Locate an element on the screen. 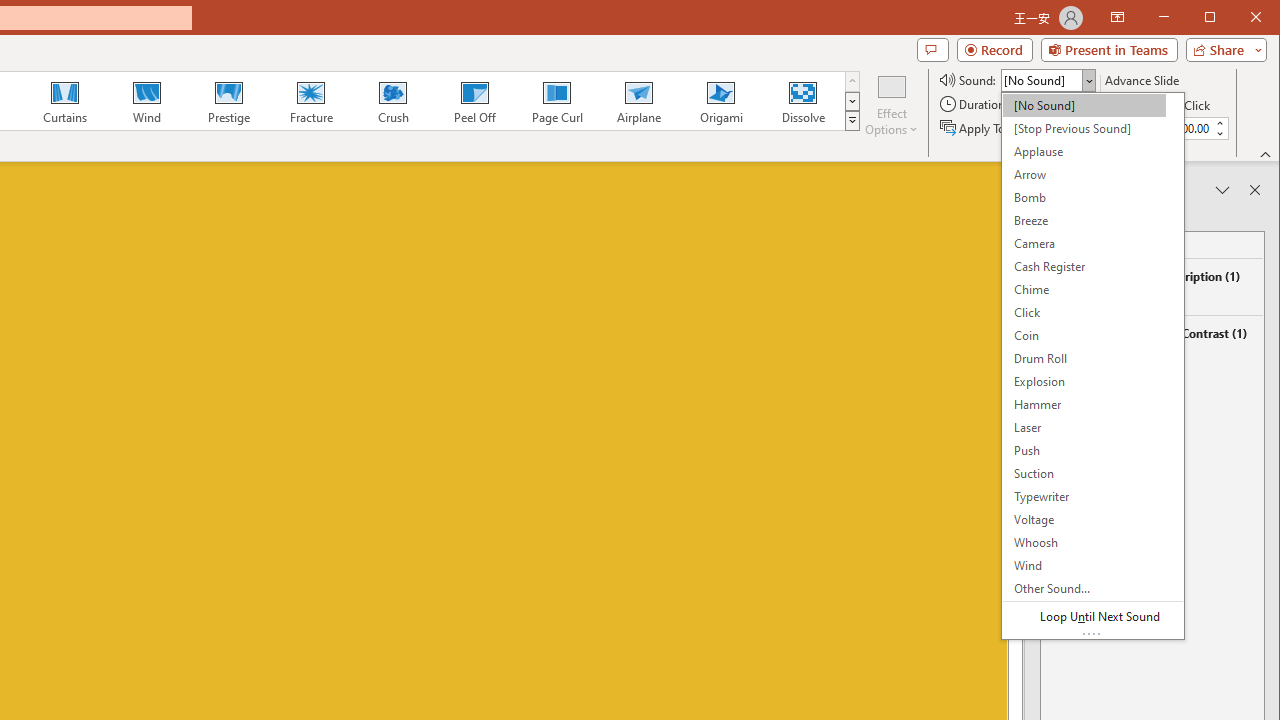  'Ribbon Display Options' is located at coordinates (1116, 18).